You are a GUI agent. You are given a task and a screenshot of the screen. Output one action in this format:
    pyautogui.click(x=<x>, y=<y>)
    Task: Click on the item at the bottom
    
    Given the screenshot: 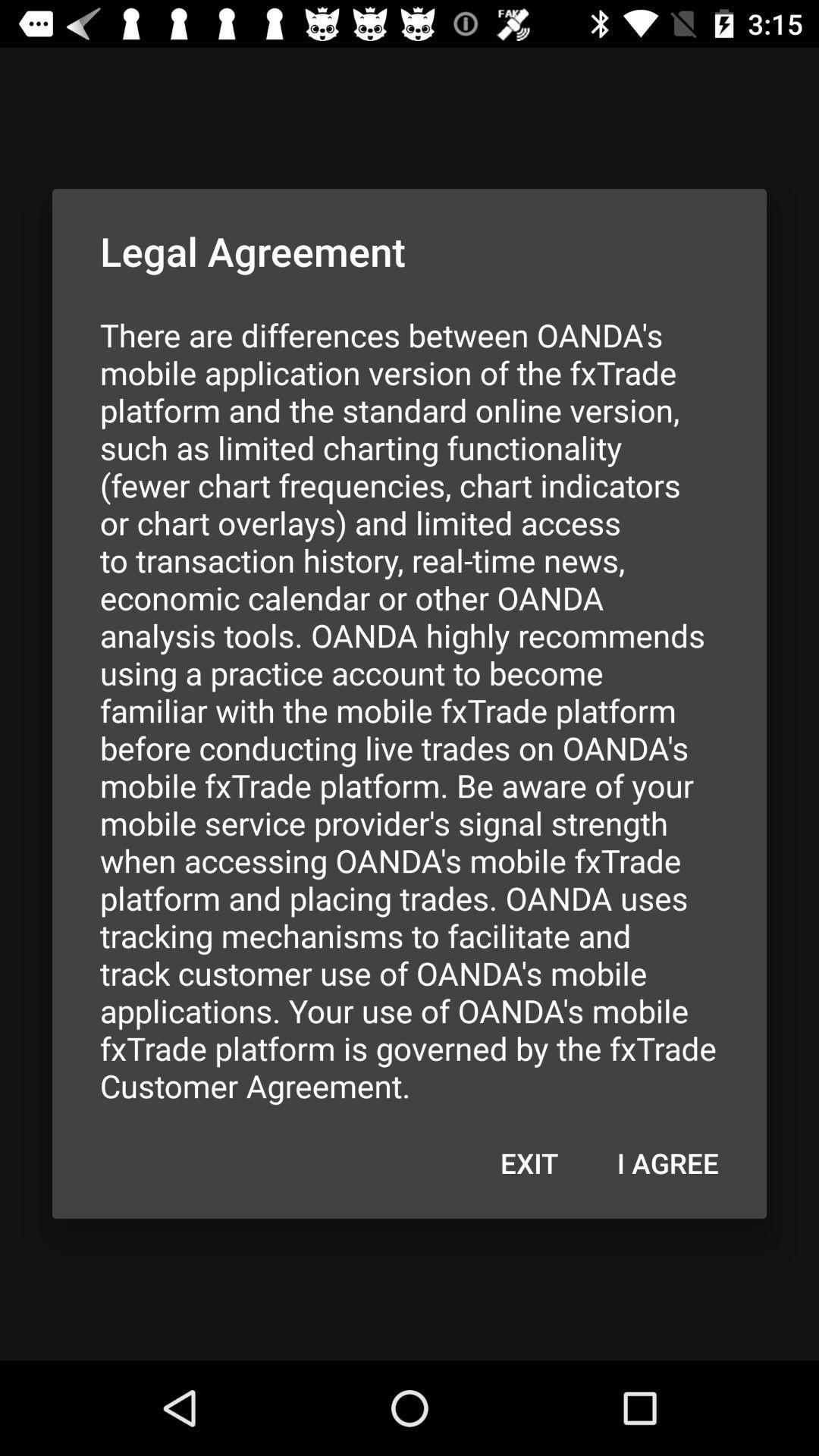 What is the action you would take?
    pyautogui.click(x=529, y=1162)
    